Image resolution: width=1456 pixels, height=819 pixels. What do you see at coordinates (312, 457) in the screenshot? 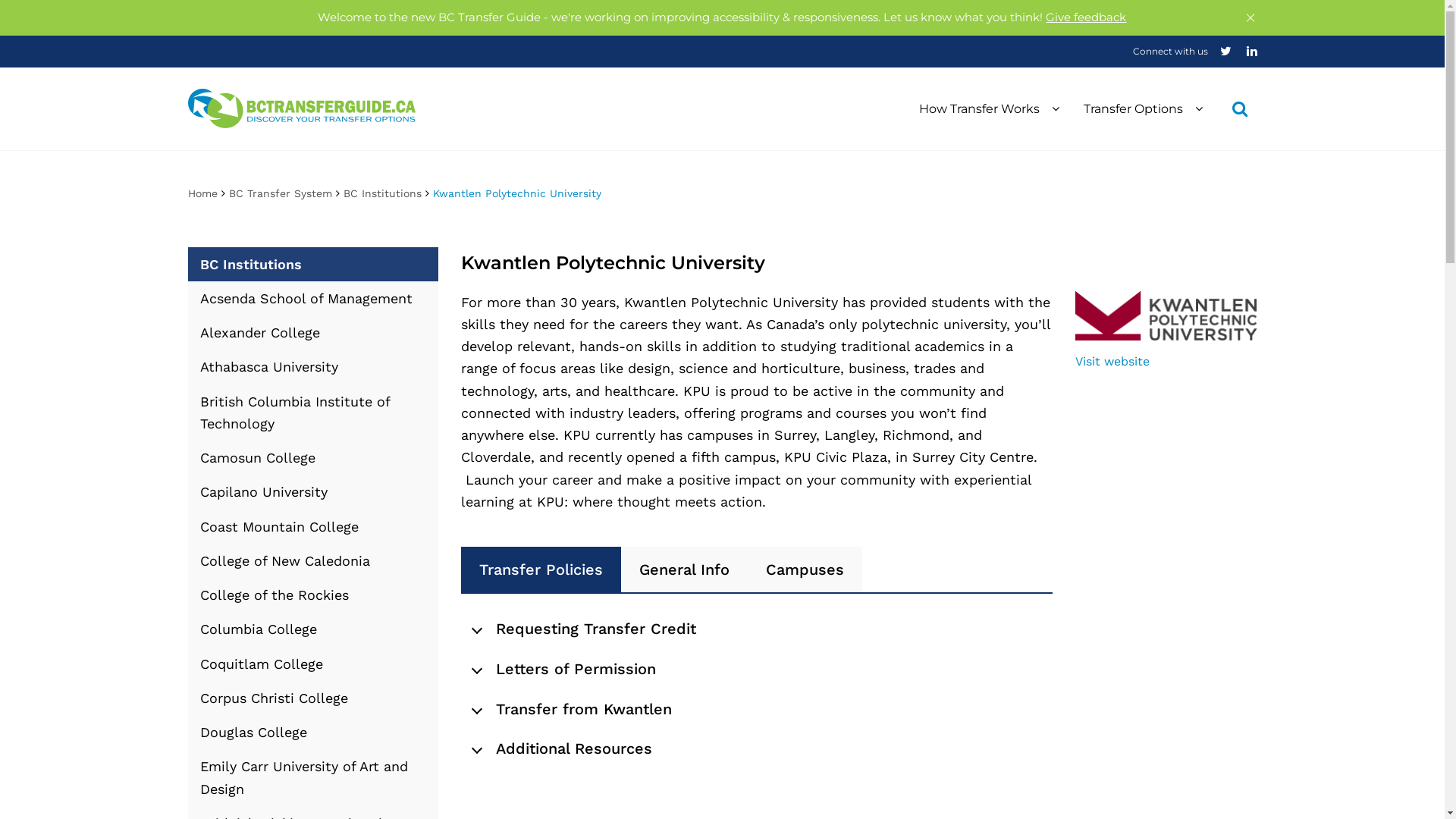
I see `'Camosun College'` at bounding box center [312, 457].